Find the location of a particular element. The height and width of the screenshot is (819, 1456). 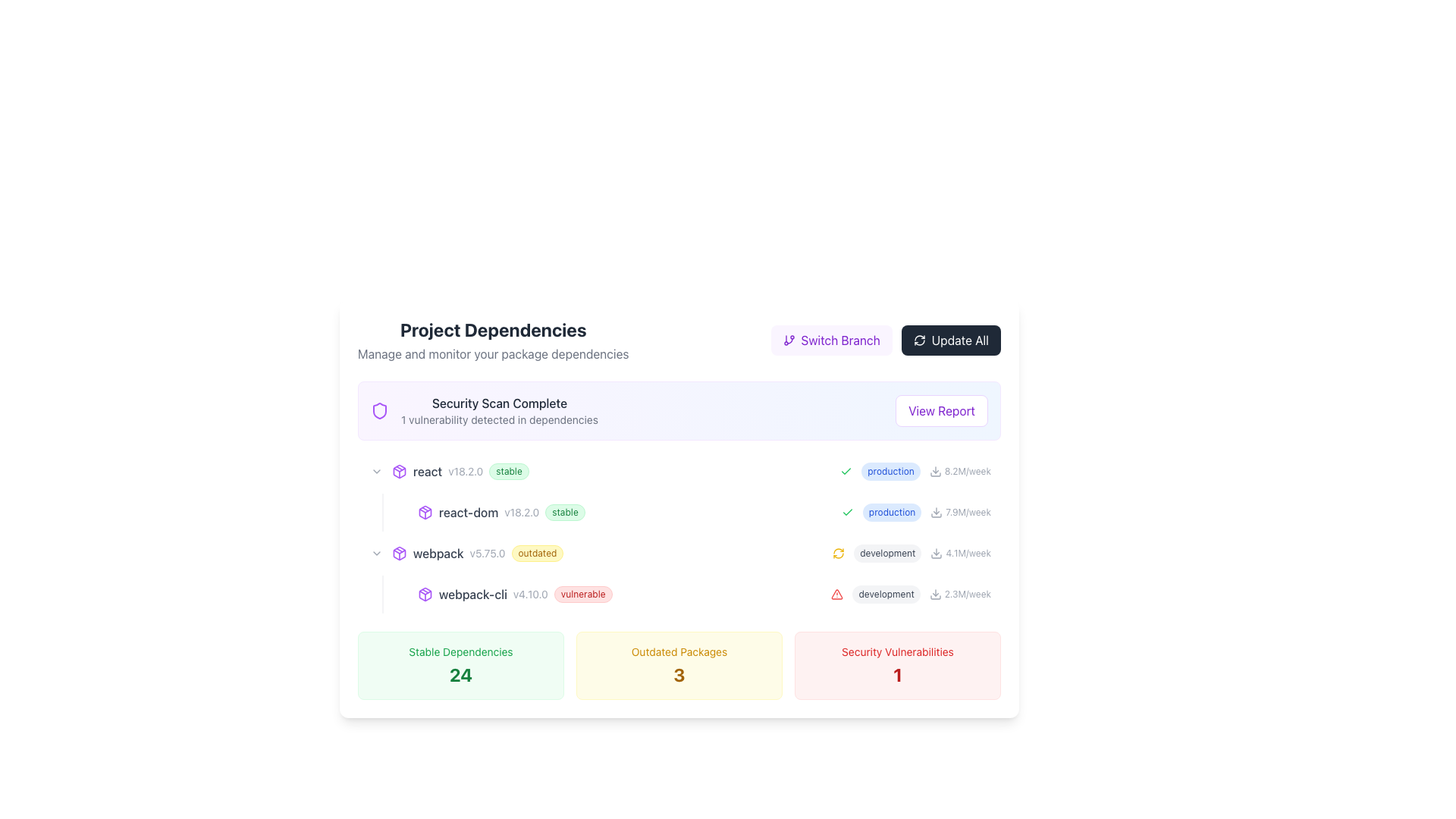

the list item displaying 'react-dom v18.2.0 stable production 7.9M/week' in the dependency overview interface, which is positioned below 'react' and above 'webpack' is located at coordinates (691, 512).